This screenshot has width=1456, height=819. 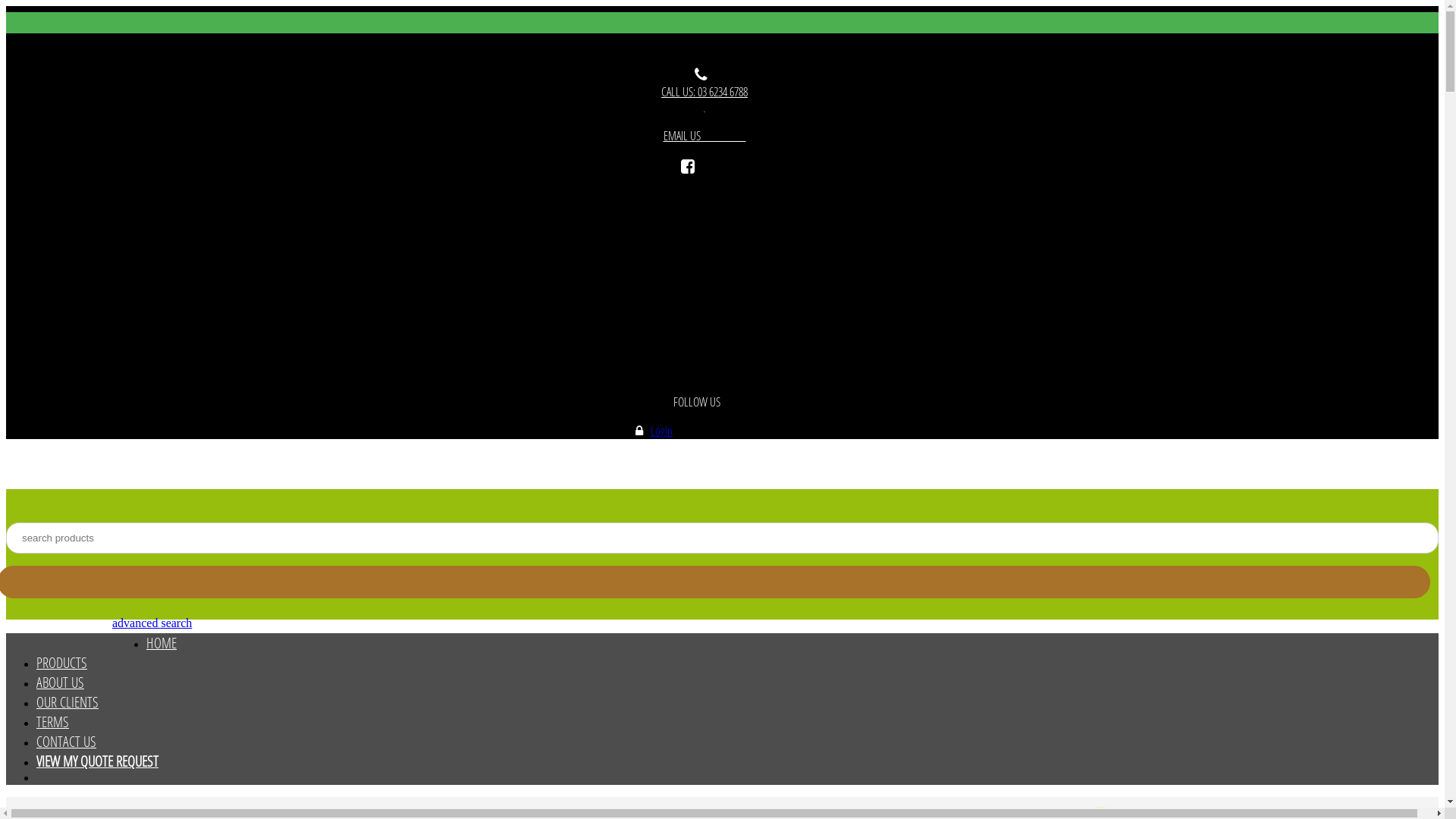 What do you see at coordinates (65, 741) in the screenshot?
I see `'CONTACT US'` at bounding box center [65, 741].